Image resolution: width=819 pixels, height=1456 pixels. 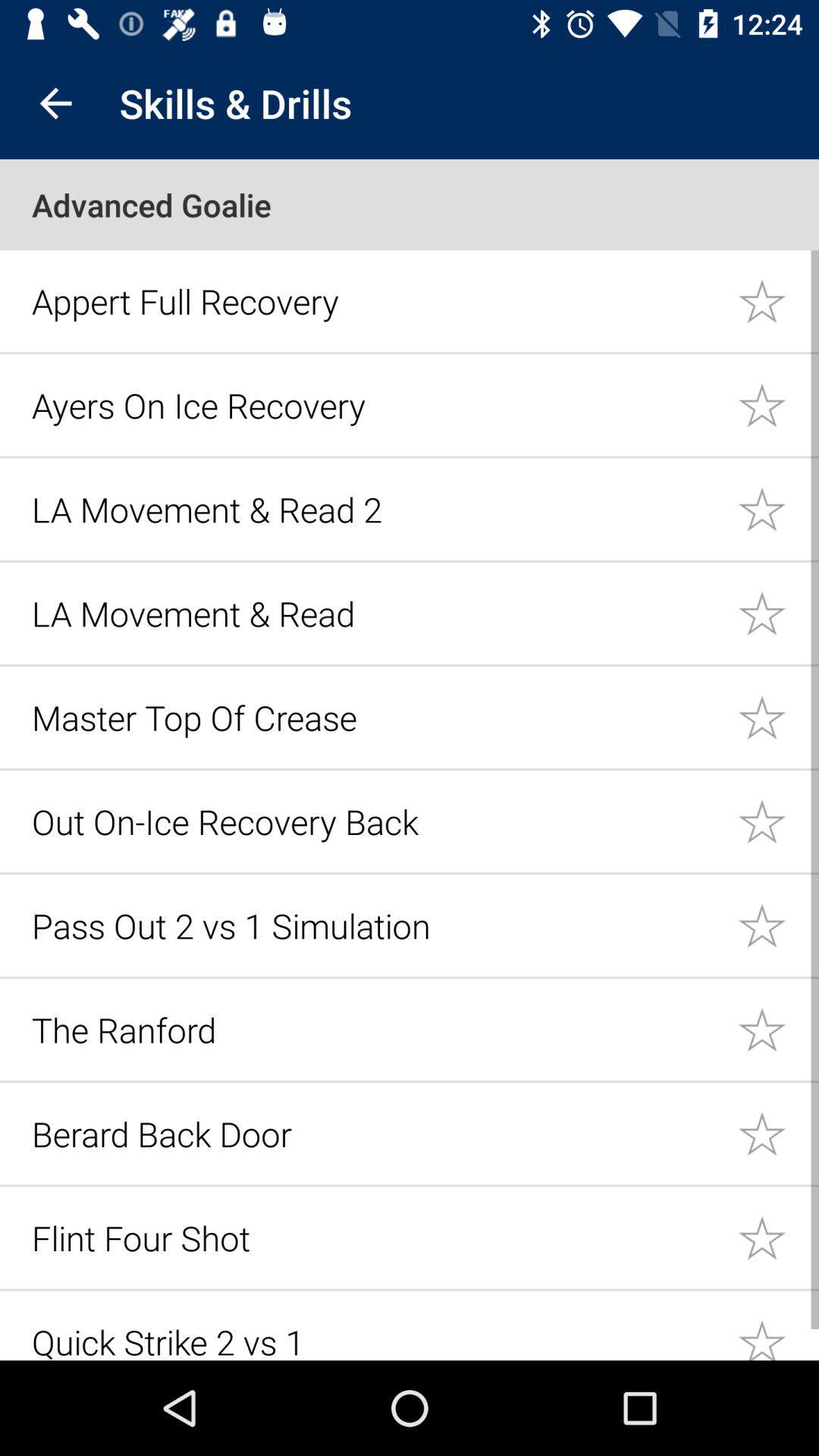 I want to click on the item below out on ice, so click(x=375, y=924).